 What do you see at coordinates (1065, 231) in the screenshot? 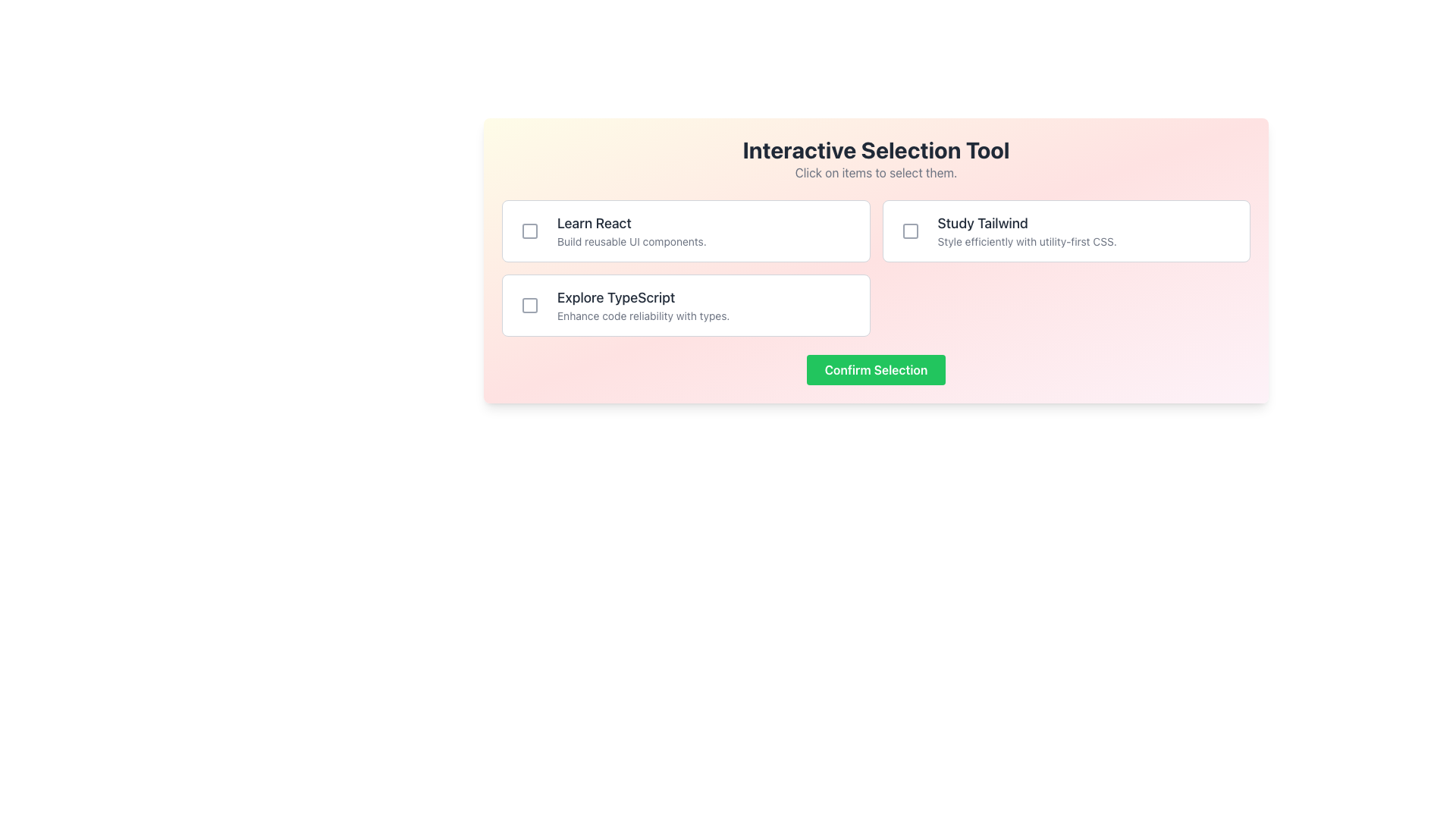
I see `the Checkbox list item titled 'Study Tailwind' which contains the subtitle 'Style efficiently with utility-first CSS.'` at bounding box center [1065, 231].